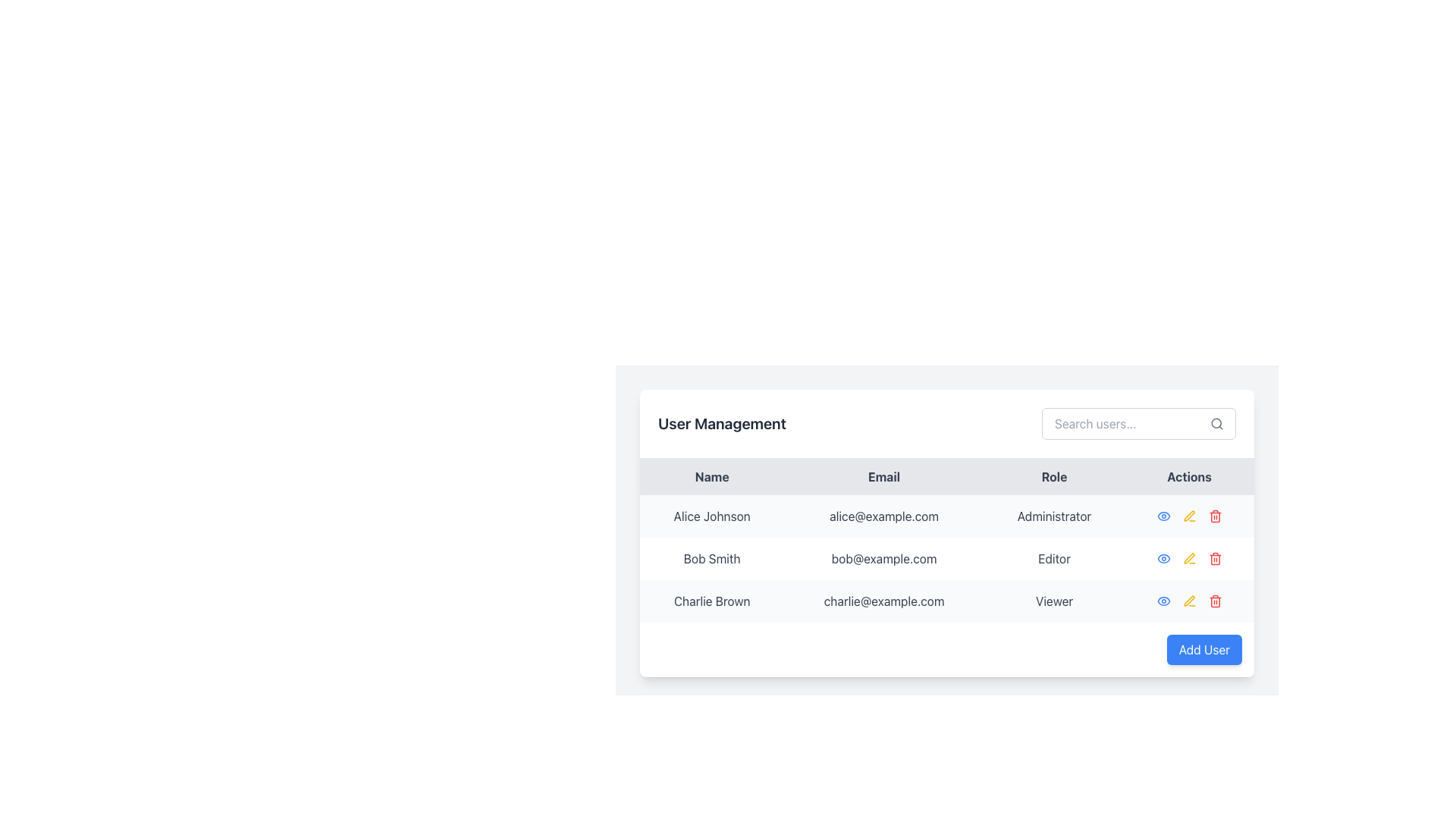  Describe the element at coordinates (1188, 516) in the screenshot. I see `the 'Edit' button located in the 'Actions' column of the first row under the 'Administrator' role` at that location.